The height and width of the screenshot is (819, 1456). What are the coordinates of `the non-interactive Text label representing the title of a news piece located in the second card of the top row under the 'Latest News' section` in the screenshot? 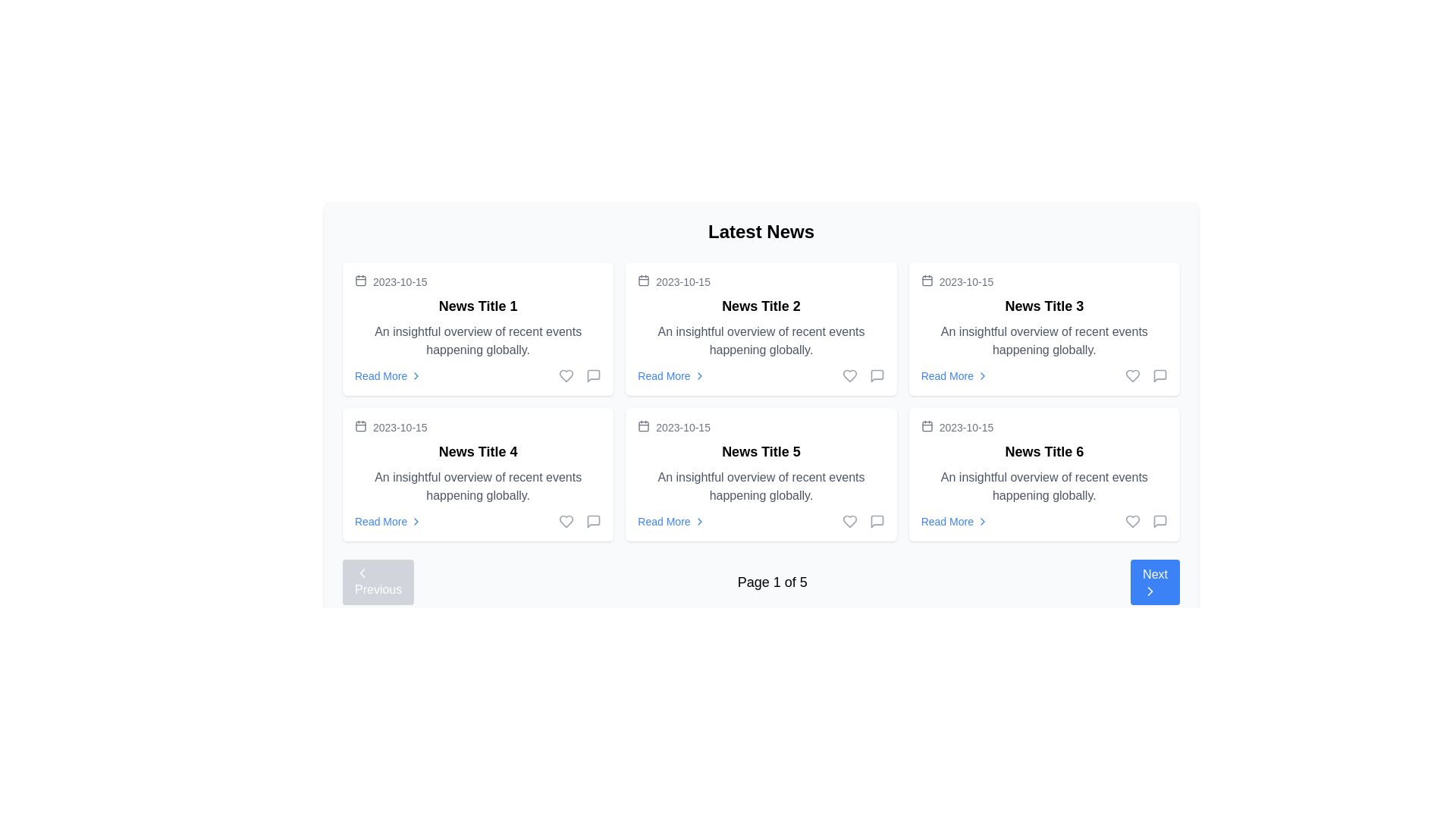 It's located at (761, 306).